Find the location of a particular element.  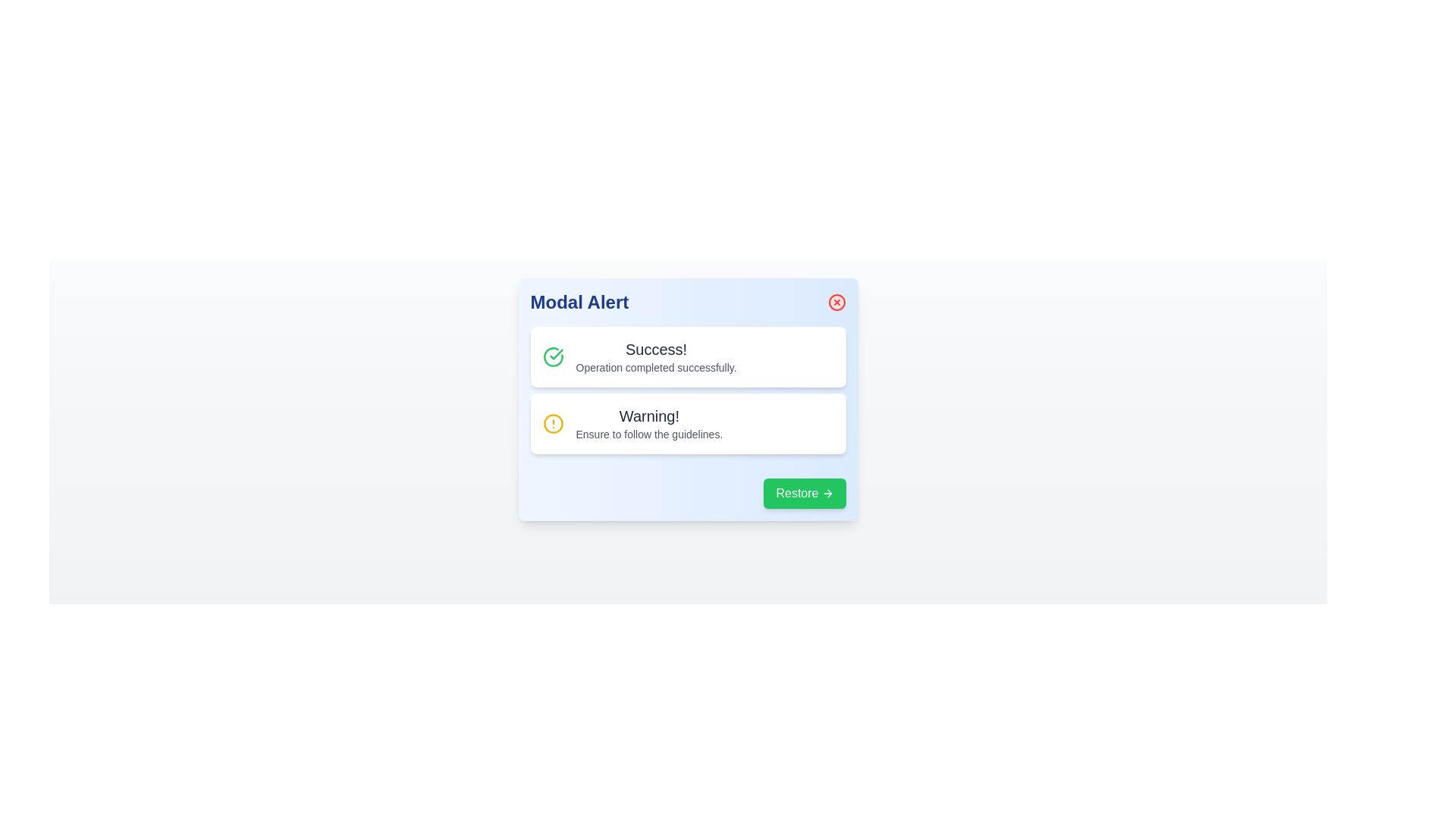

the second Notification box in the modal dialog that provides a warning message to users, located below the success alert and above the Restore button is located at coordinates (687, 424).